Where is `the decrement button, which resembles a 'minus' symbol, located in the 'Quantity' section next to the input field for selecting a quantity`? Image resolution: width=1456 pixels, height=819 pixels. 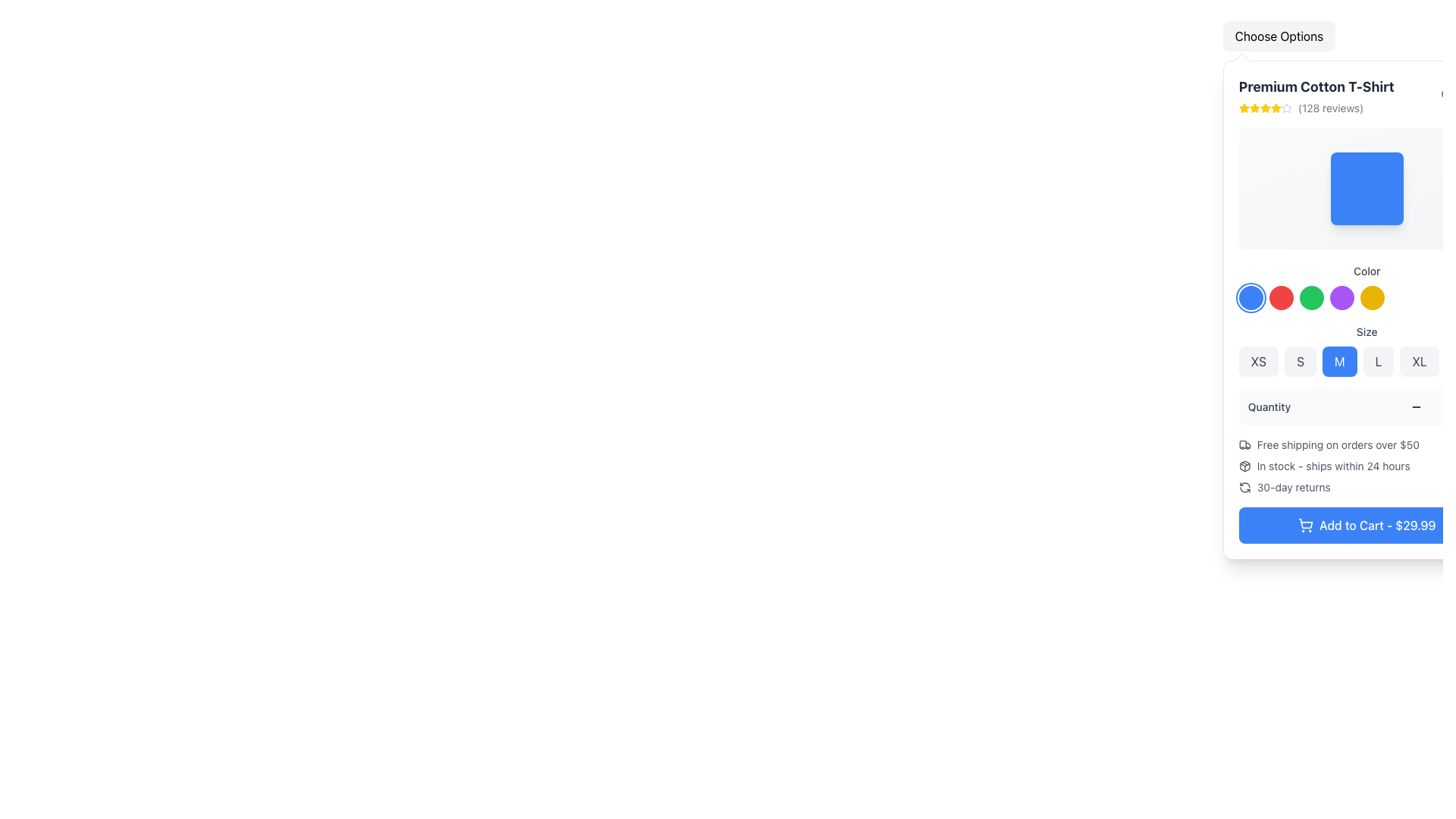
the decrement button, which resembles a 'minus' symbol, located in the 'Quantity' section next to the input field for selecting a quantity is located at coordinates (1415, 406).